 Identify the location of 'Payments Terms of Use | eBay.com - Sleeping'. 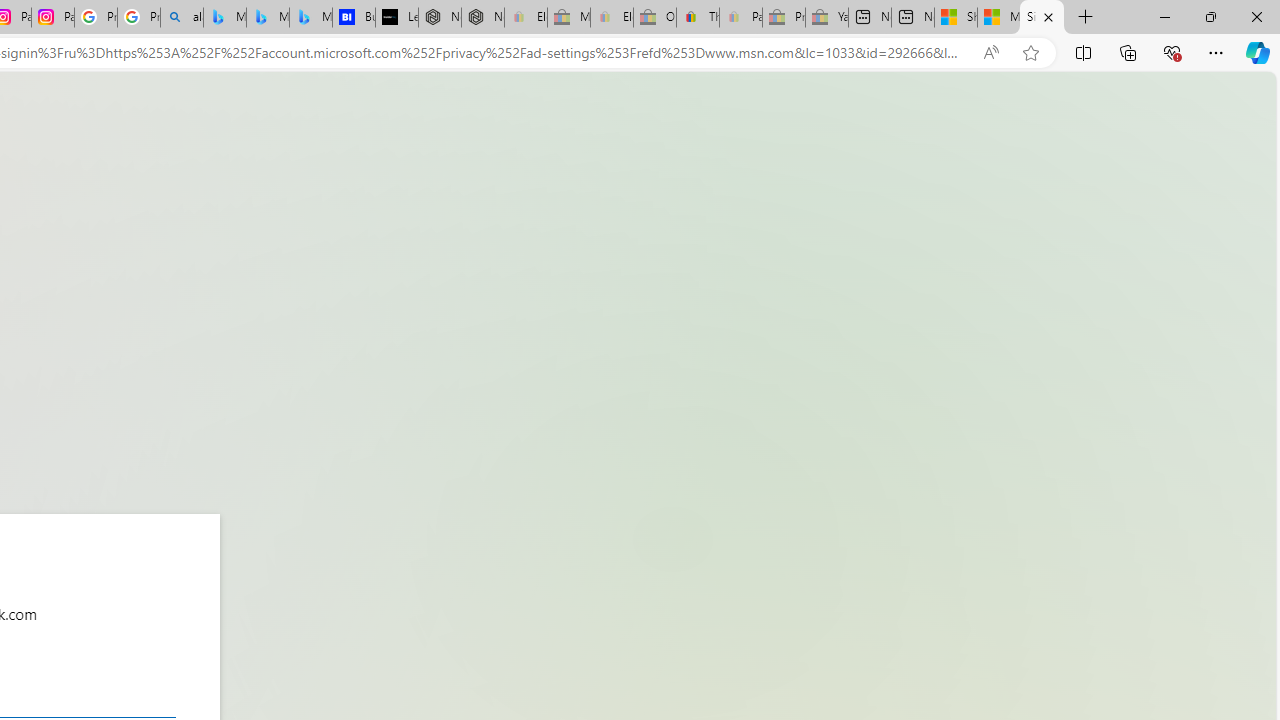
(739, 17).